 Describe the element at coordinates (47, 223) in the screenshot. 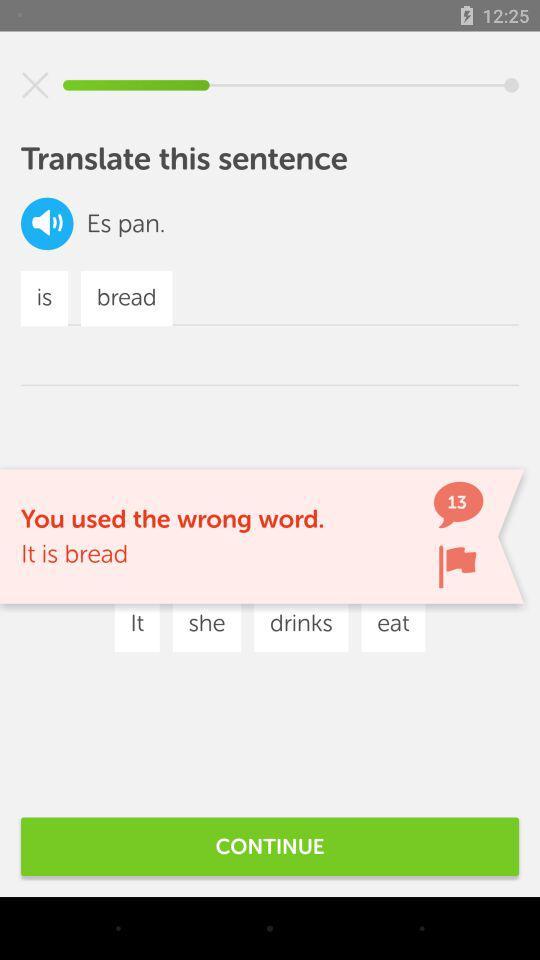

I see `speaker` at that location.